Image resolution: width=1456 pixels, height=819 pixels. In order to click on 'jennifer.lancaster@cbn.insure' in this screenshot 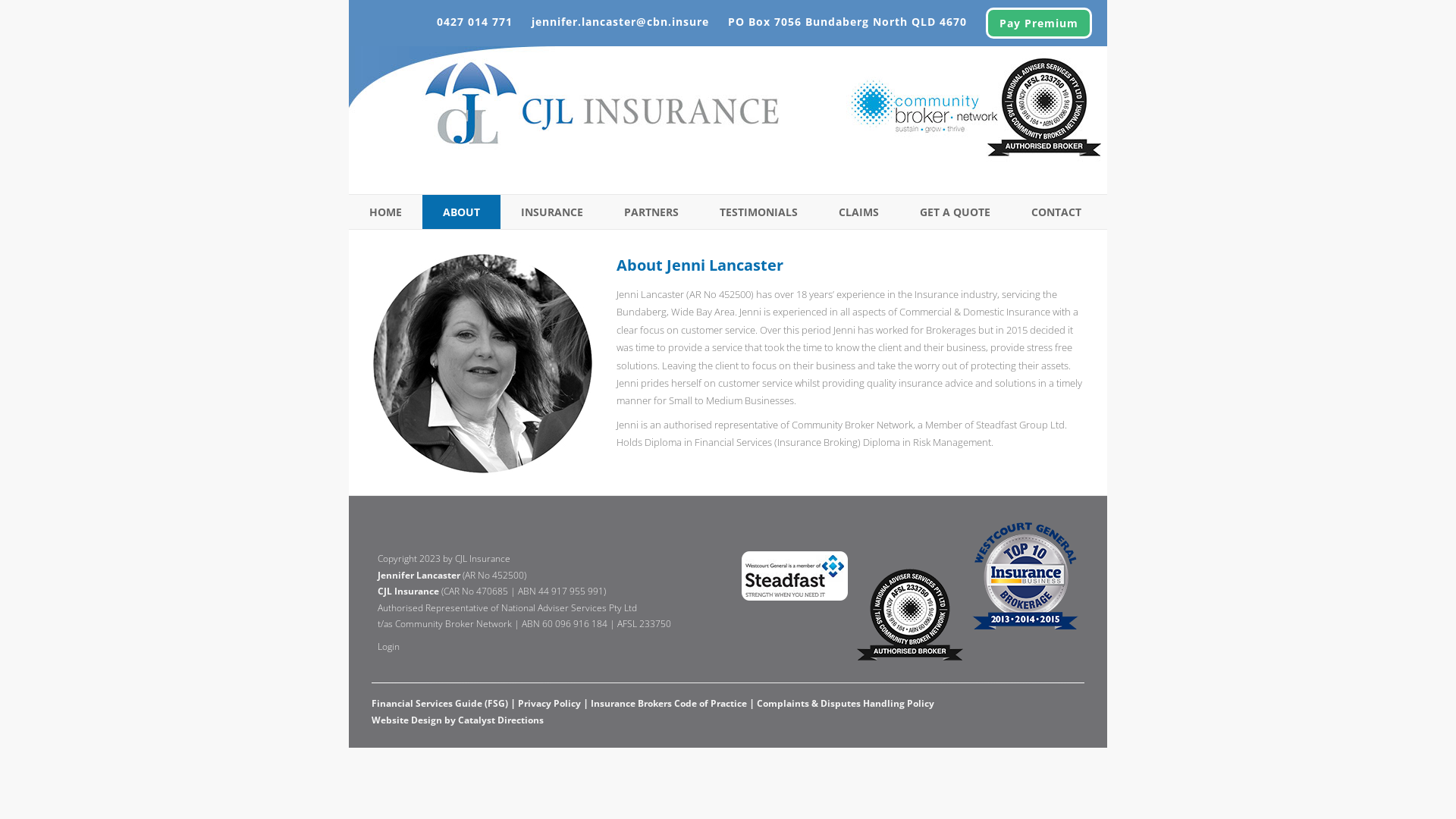, I will do `click(620, 21)`.